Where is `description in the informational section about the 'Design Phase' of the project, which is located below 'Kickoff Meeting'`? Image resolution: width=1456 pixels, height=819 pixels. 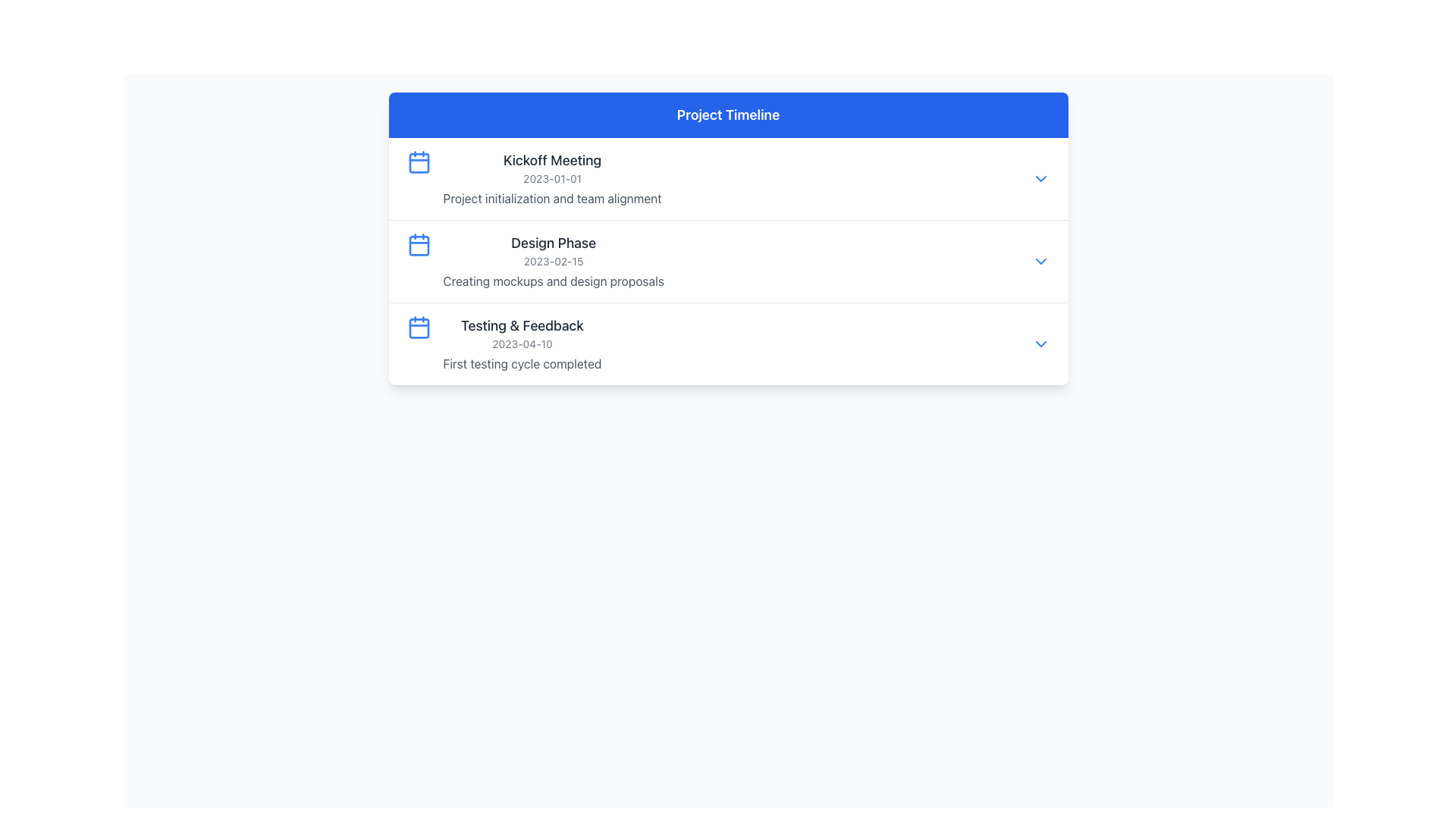
description in the informational section about the 'Design Phase' of the project, which is located below 'Kickoff Meeting' is located at coordinates (728, 260).